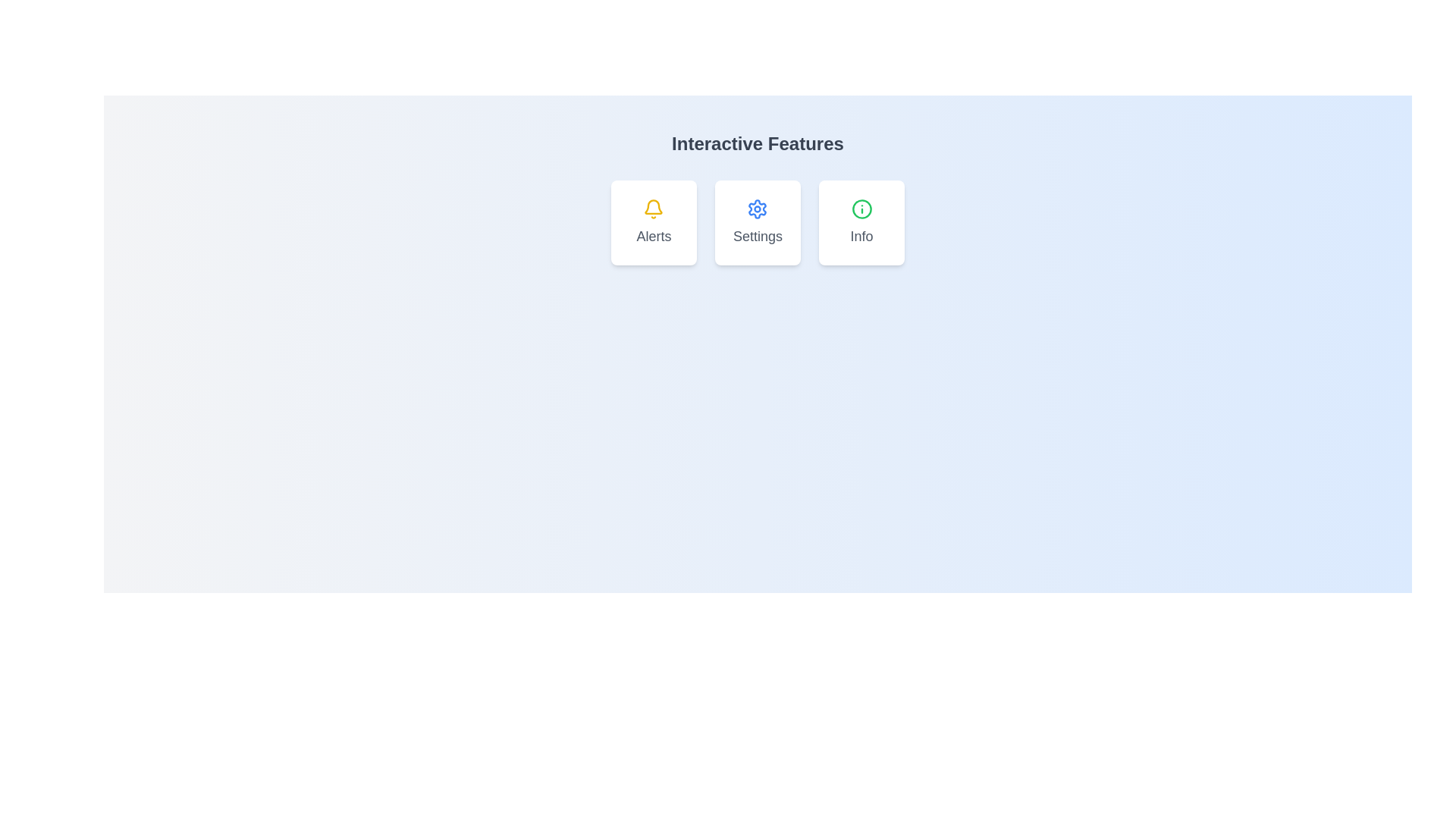  Describe the element at coordinates (654, 222) in the screenshot. I see `the leftmost card in the grid layout, which has a white background, rounded corners, a yellow bell icon at the top, and the label 'Alerts' in gray text below the icon` at that location.